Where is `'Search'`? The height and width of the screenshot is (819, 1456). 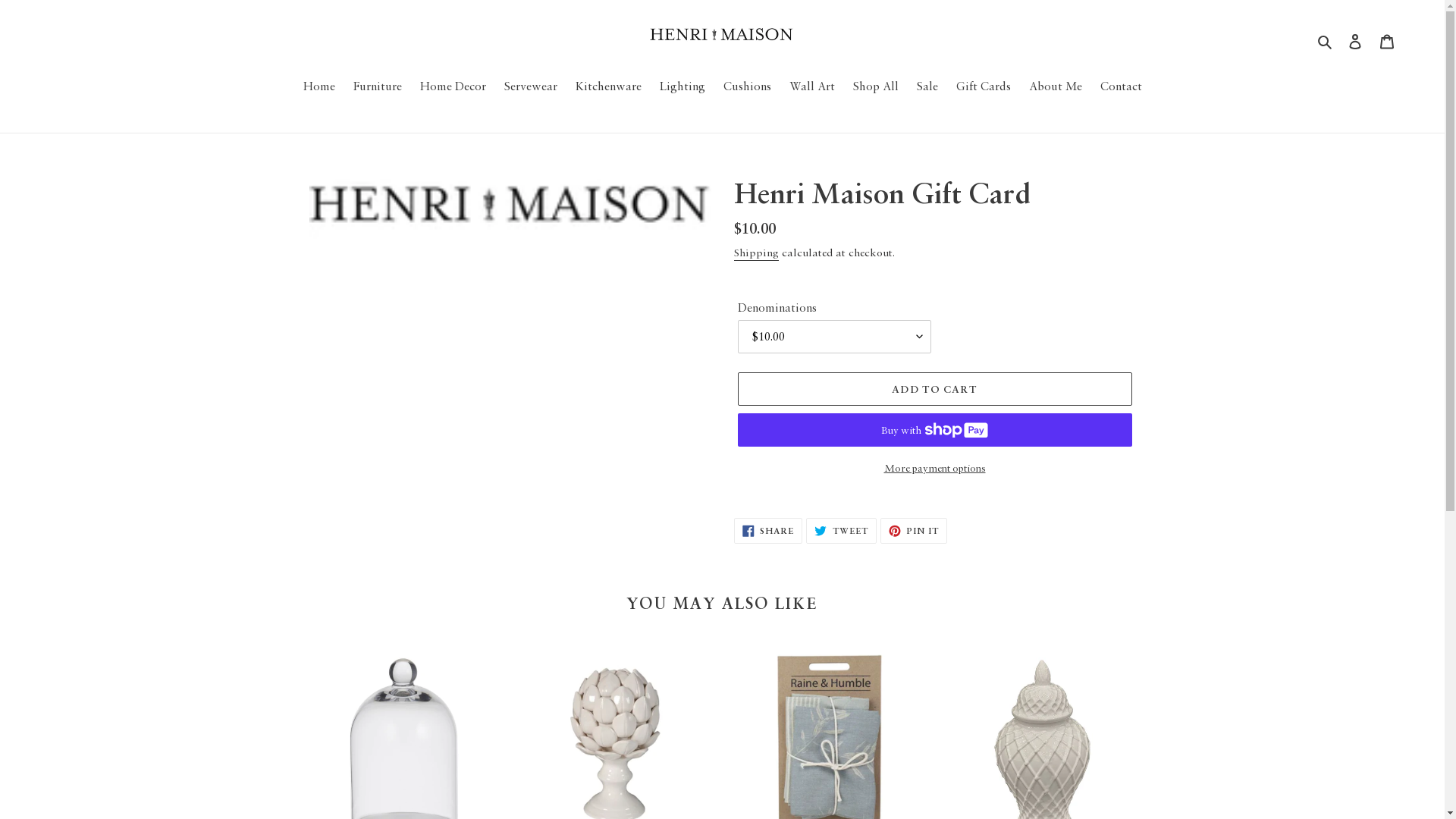 'Search' is located at coordinates (1325, 39).